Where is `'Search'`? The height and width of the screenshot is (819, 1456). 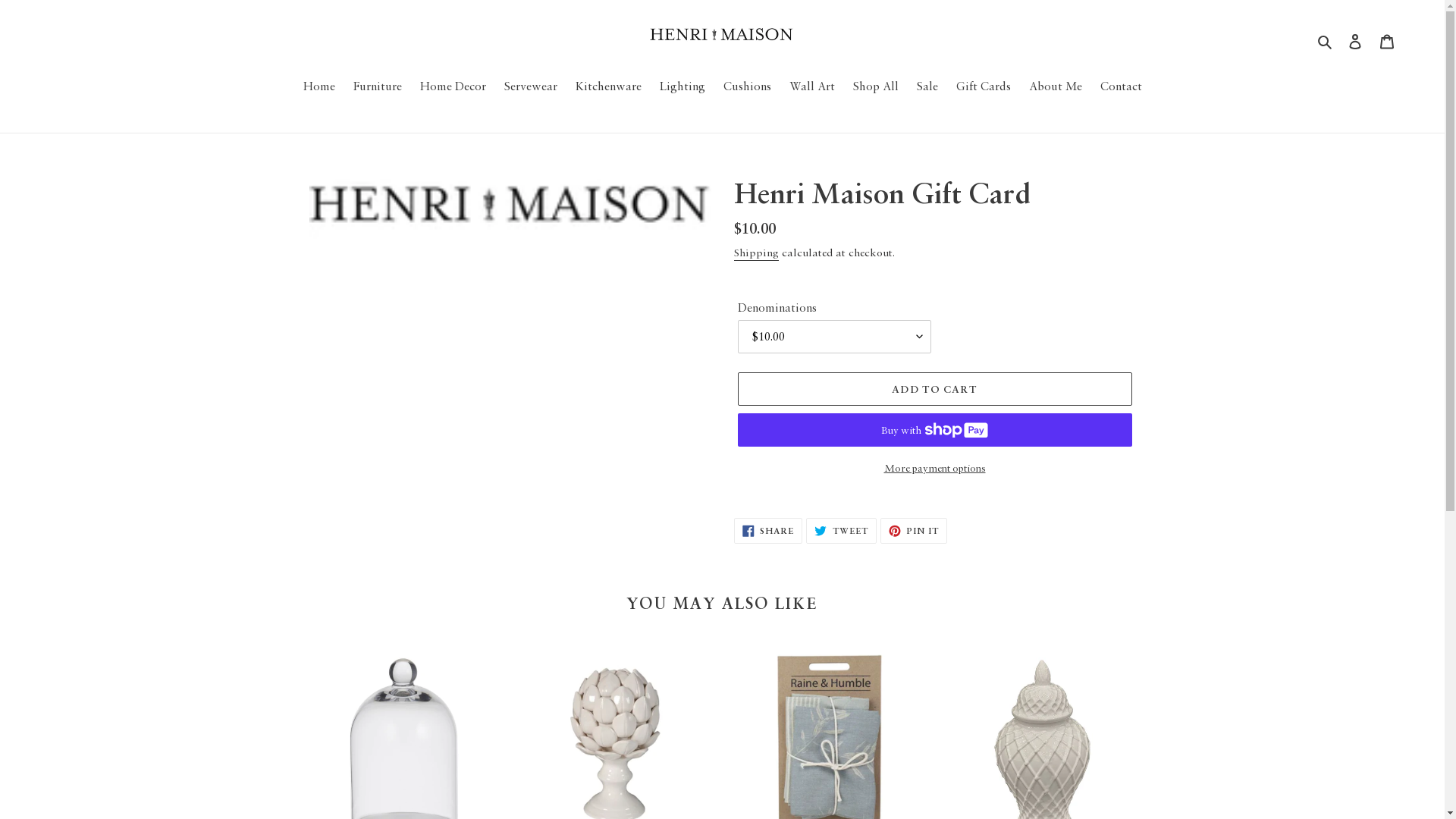 'Search' is located at coordinates (1325, 39).